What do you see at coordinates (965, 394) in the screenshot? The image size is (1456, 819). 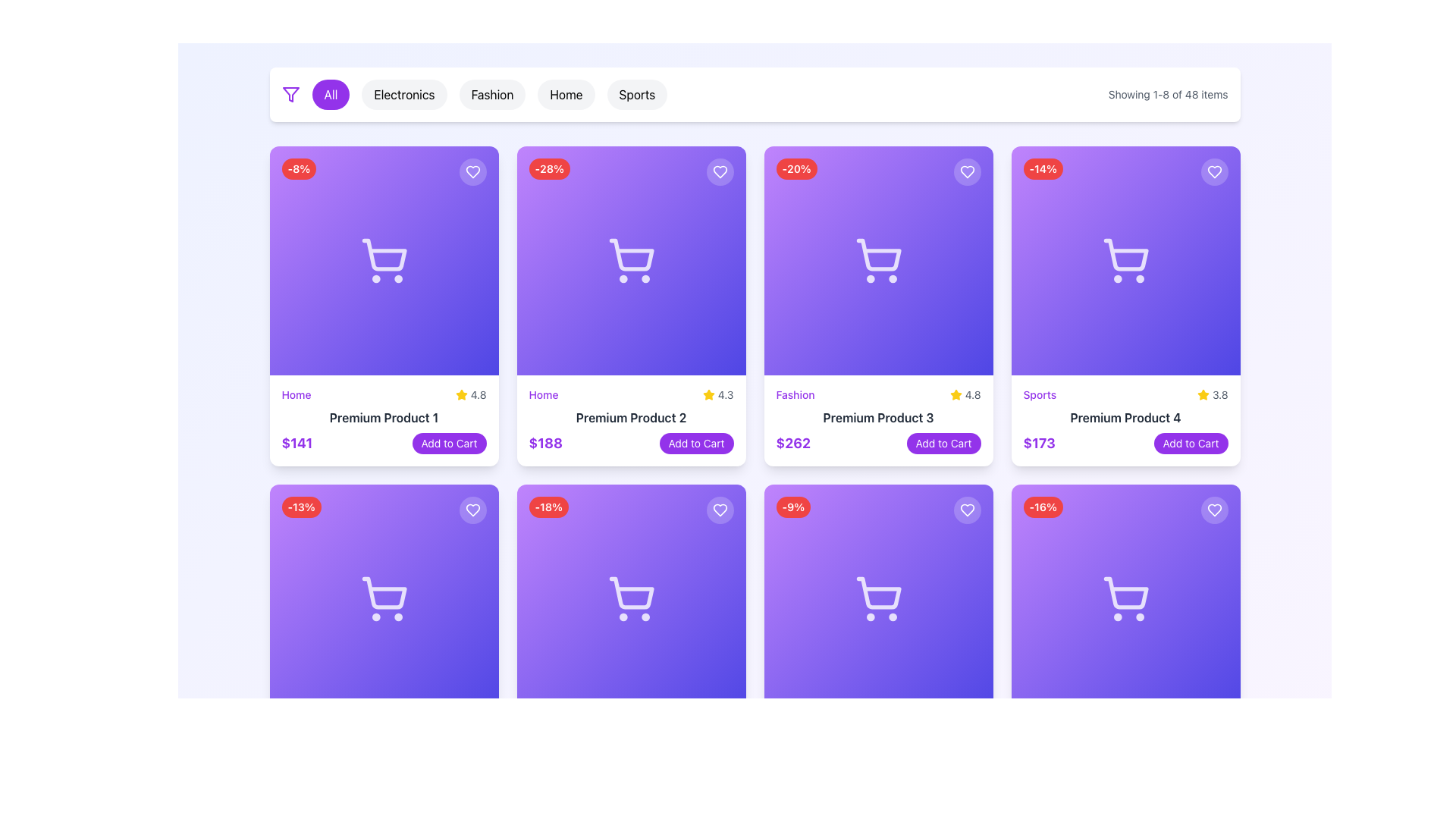 I see `the content of the Rating Display element, which features a bright yellow star icon and the text '4.8' in gray, located in the bottom-right corner of the card for 'Fashion Premium Product 3'` at bounding box center [965, 394].